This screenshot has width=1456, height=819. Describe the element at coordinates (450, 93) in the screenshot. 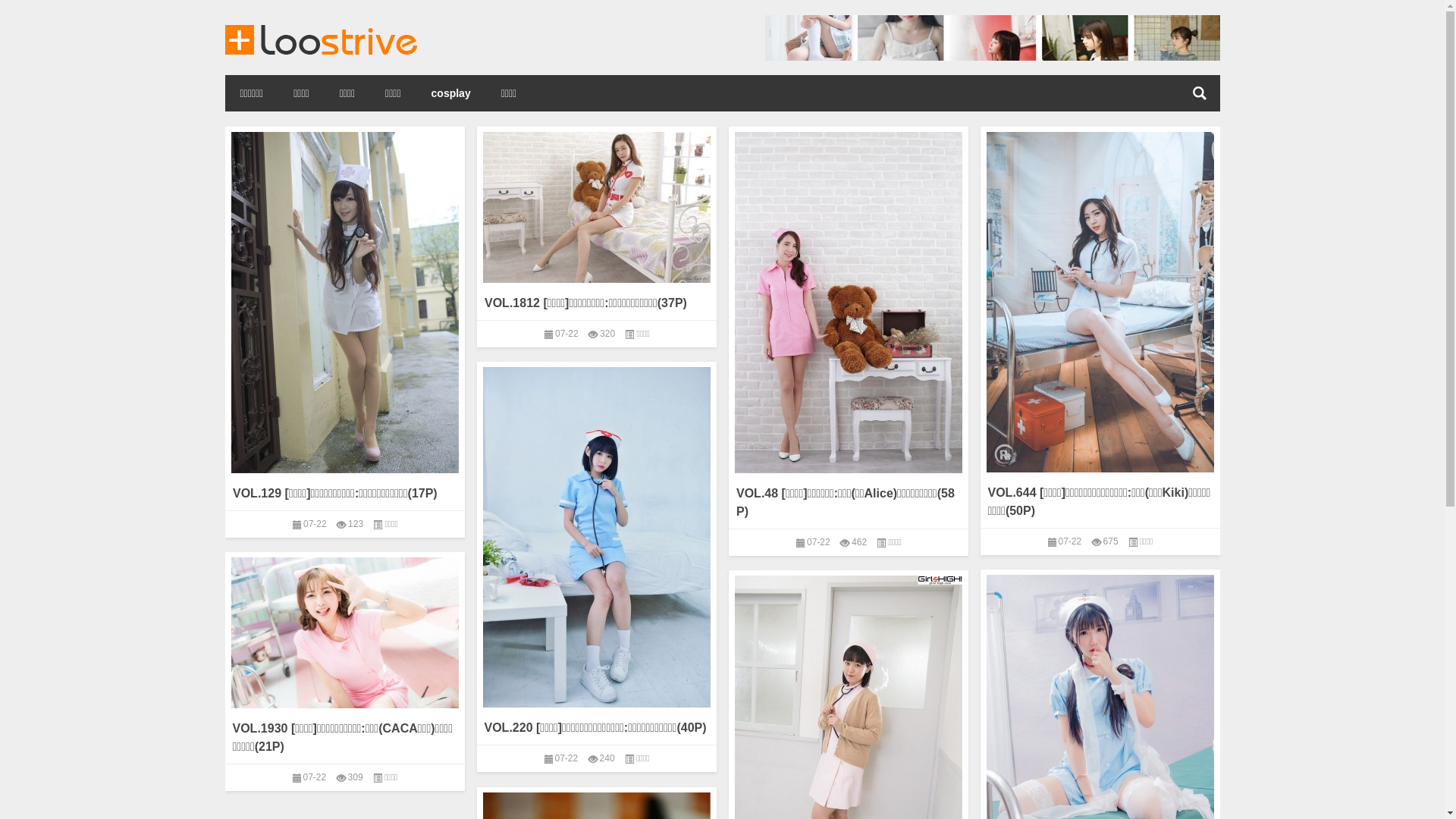

I see `'cosplay'` at that location.